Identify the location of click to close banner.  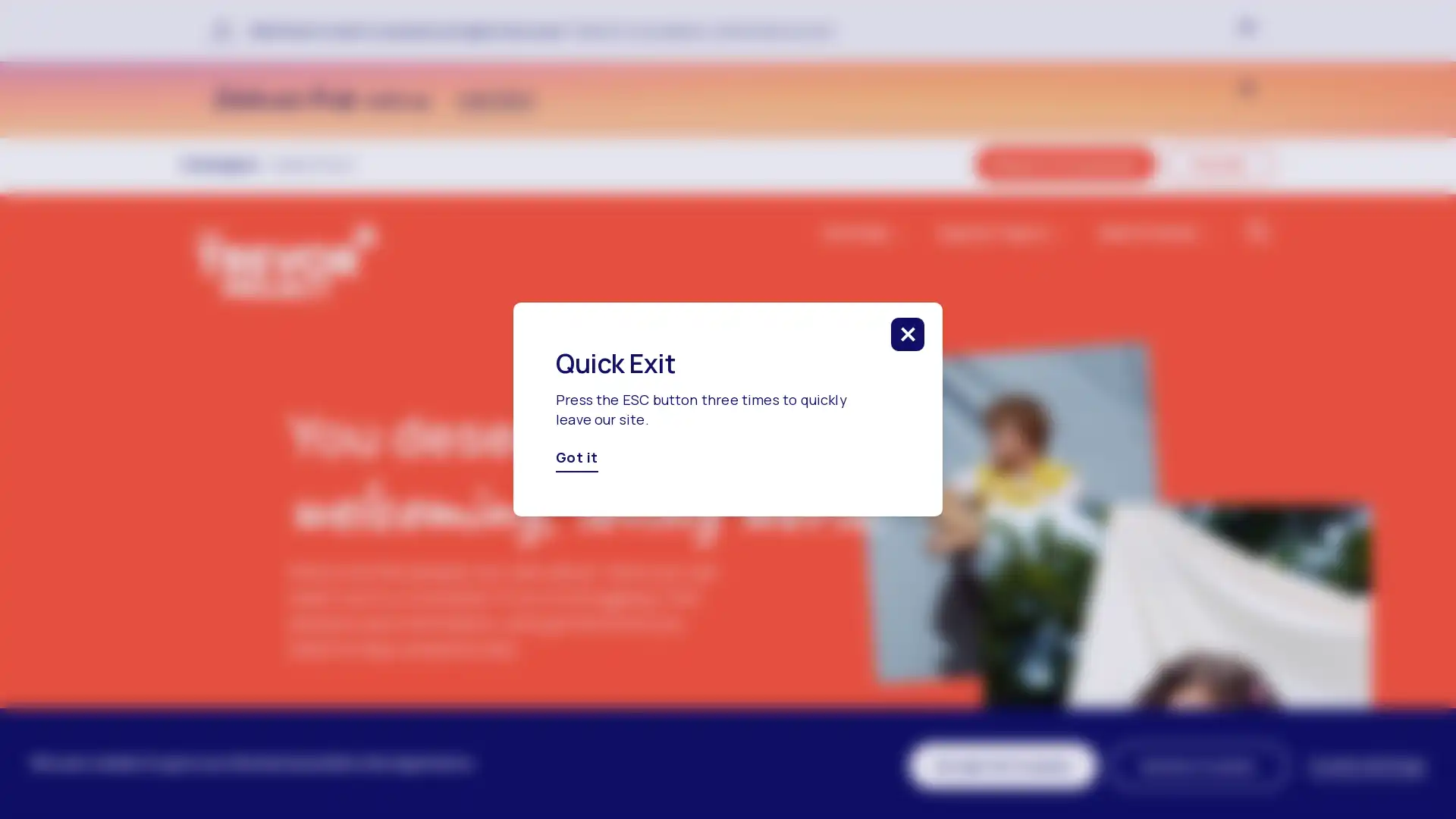
(1246, 27).